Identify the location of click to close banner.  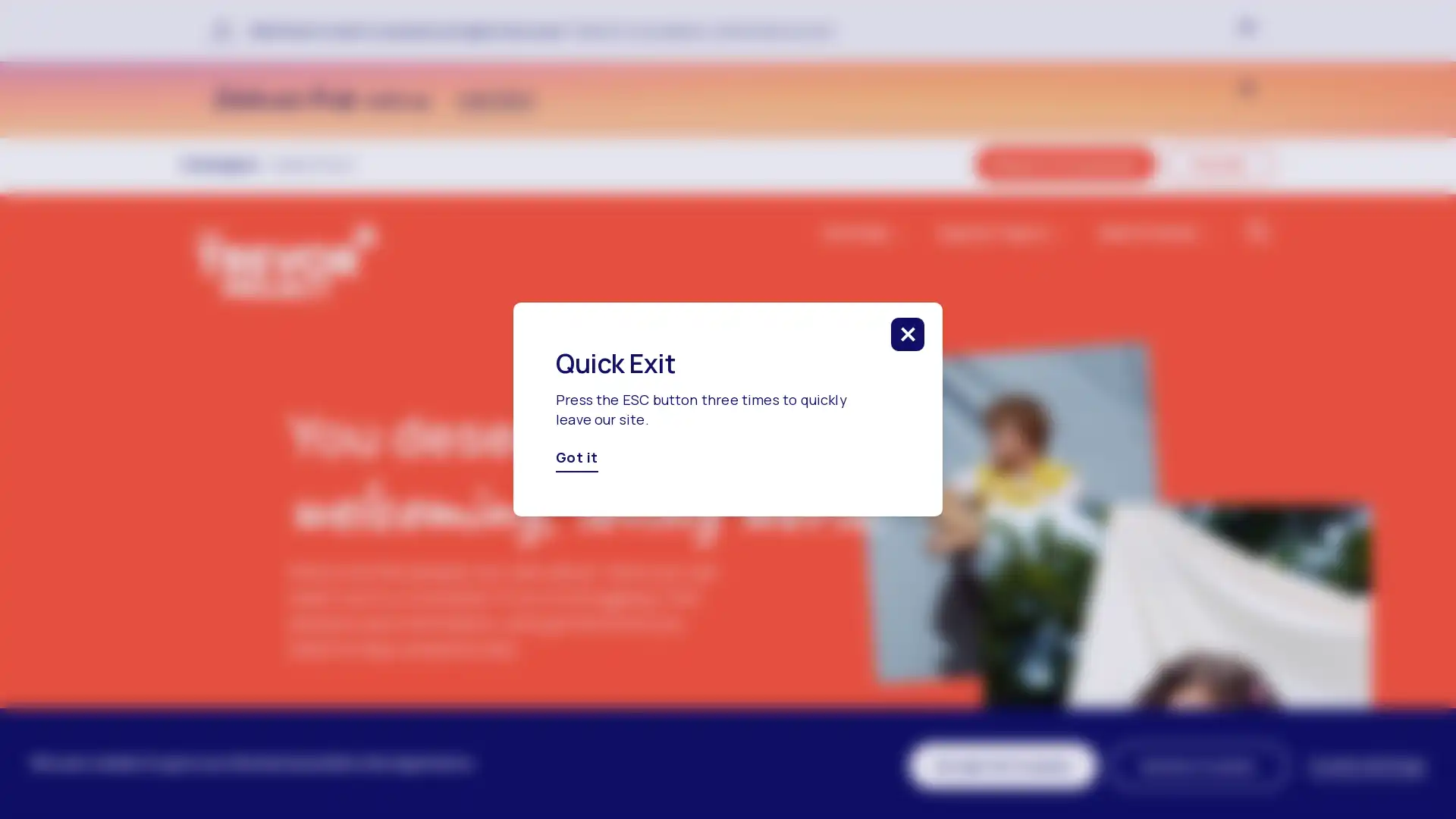
(1246, 27).